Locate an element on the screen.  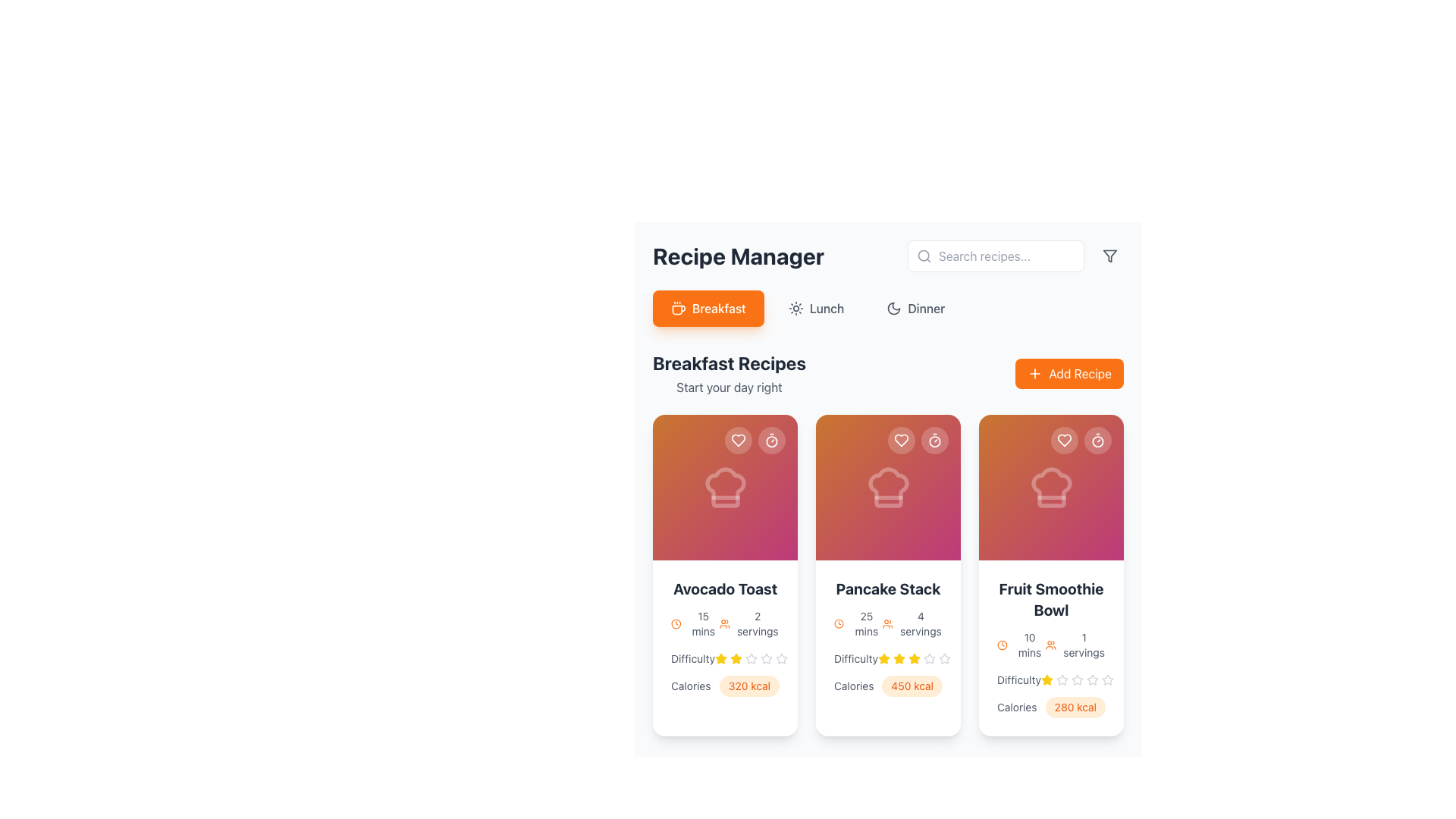
the first yellow star in the rating system located in the 'Breakfast Recipes' section under the 'Avocado Toast' recipe card is located at coordinates (720, 657).